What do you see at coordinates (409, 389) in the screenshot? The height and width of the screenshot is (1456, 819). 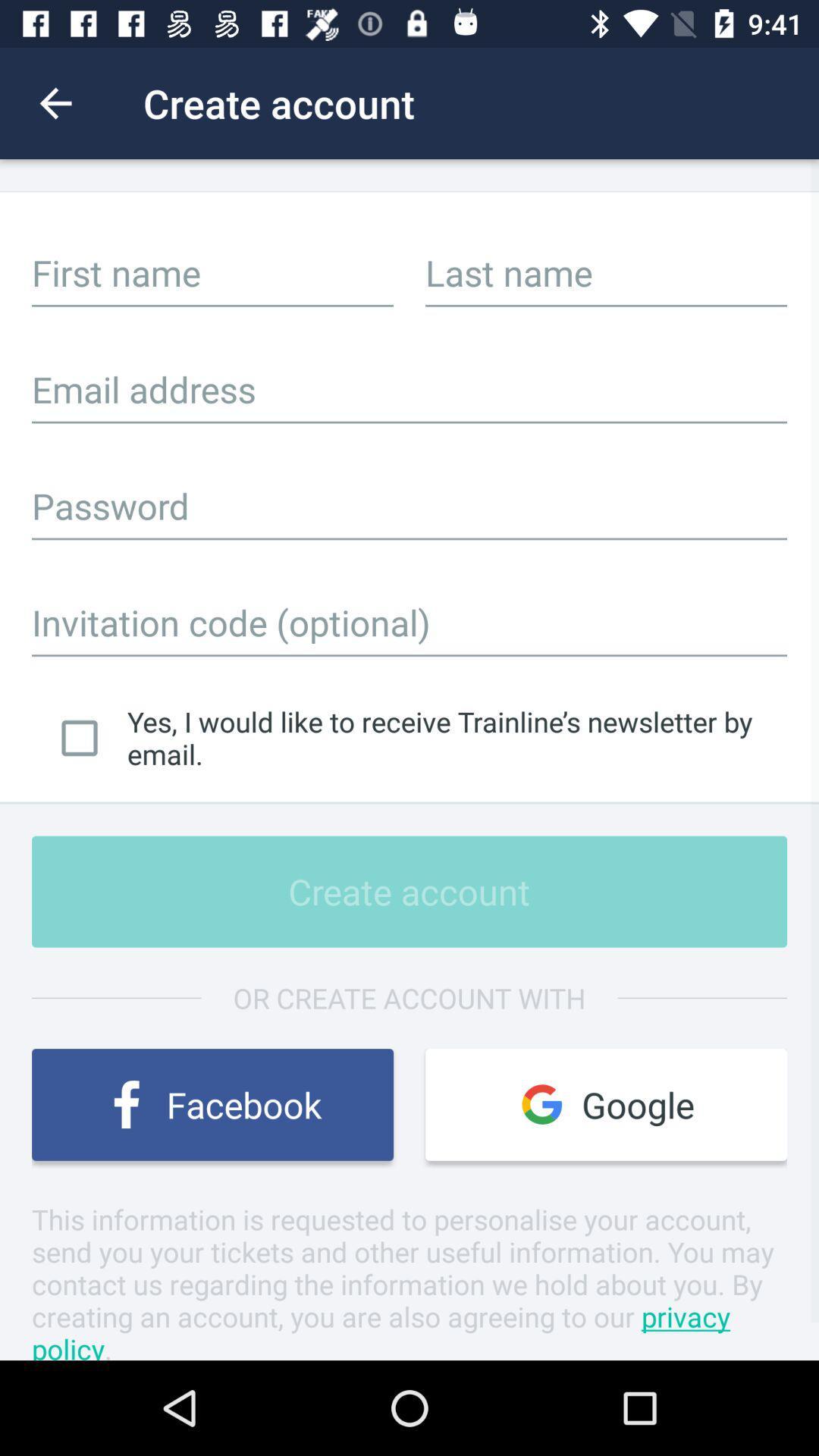 I see `email address` at bounding box center [409, 389].